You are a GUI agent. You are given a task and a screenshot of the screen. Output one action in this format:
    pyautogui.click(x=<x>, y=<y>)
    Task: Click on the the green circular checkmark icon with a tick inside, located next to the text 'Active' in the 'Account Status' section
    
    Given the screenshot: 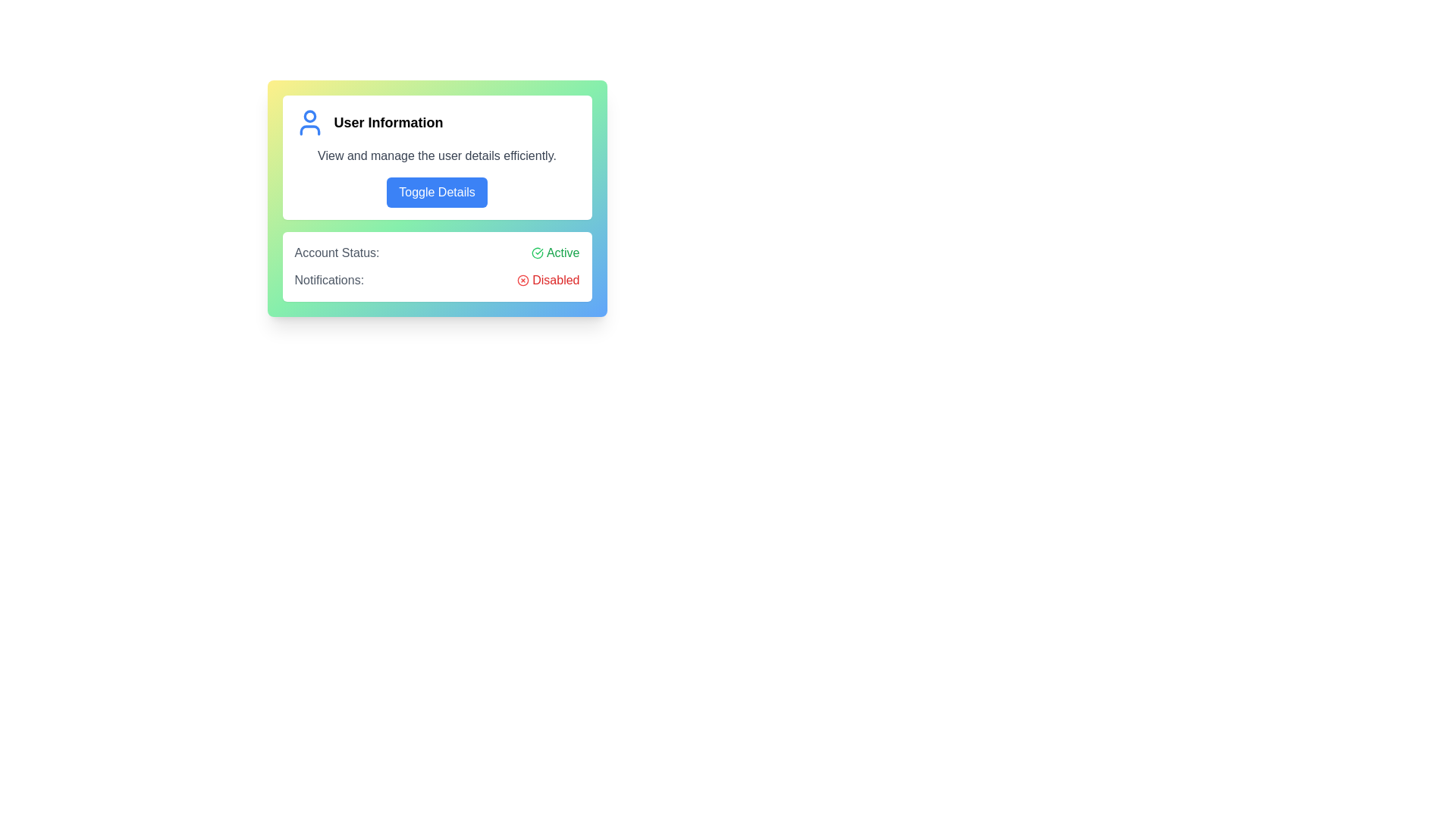 What is the action you would take?
    pyautogui.click(x=537, y=253)
    